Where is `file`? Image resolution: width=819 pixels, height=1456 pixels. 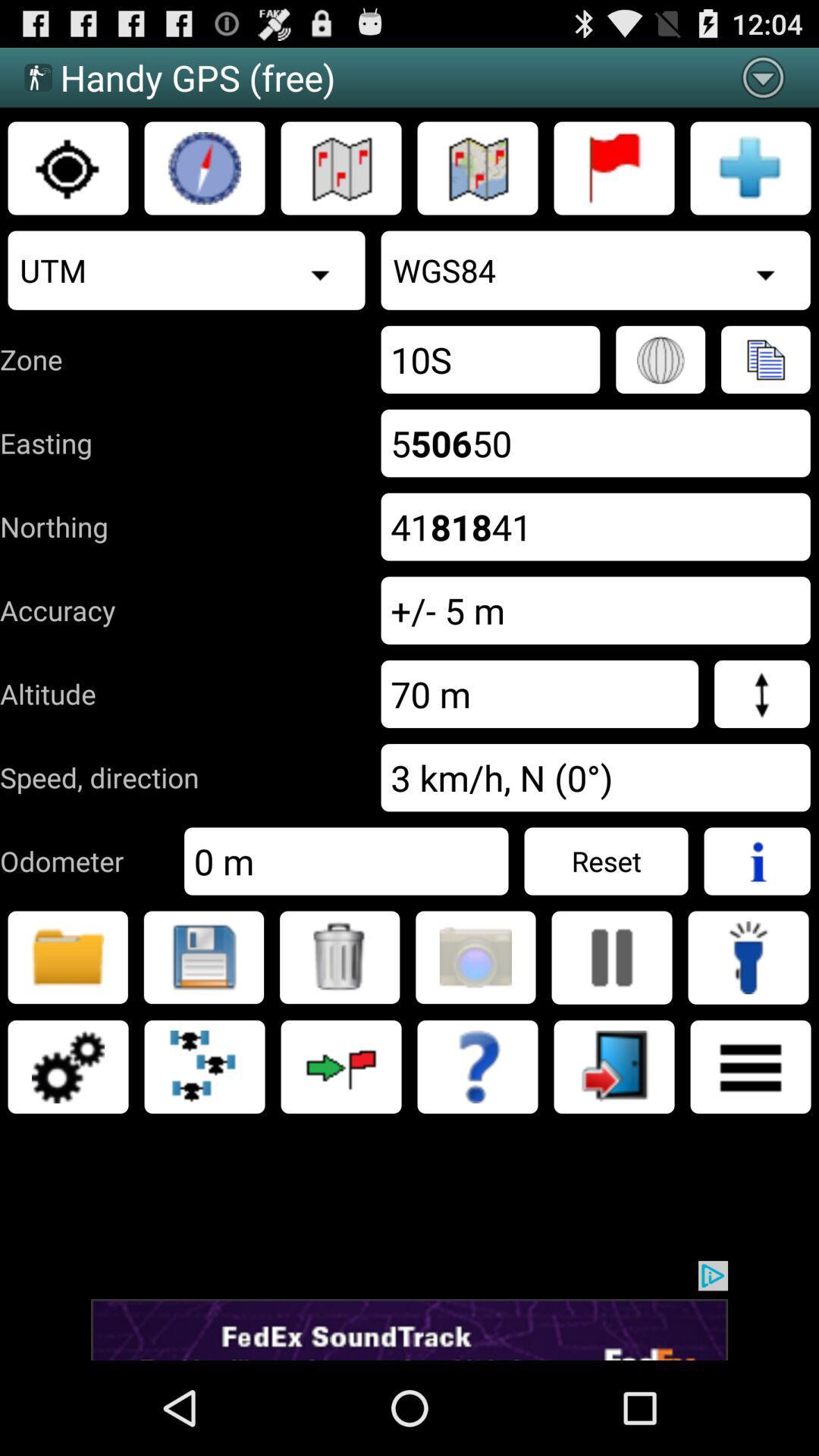
file is located at coordinates (202, 956).